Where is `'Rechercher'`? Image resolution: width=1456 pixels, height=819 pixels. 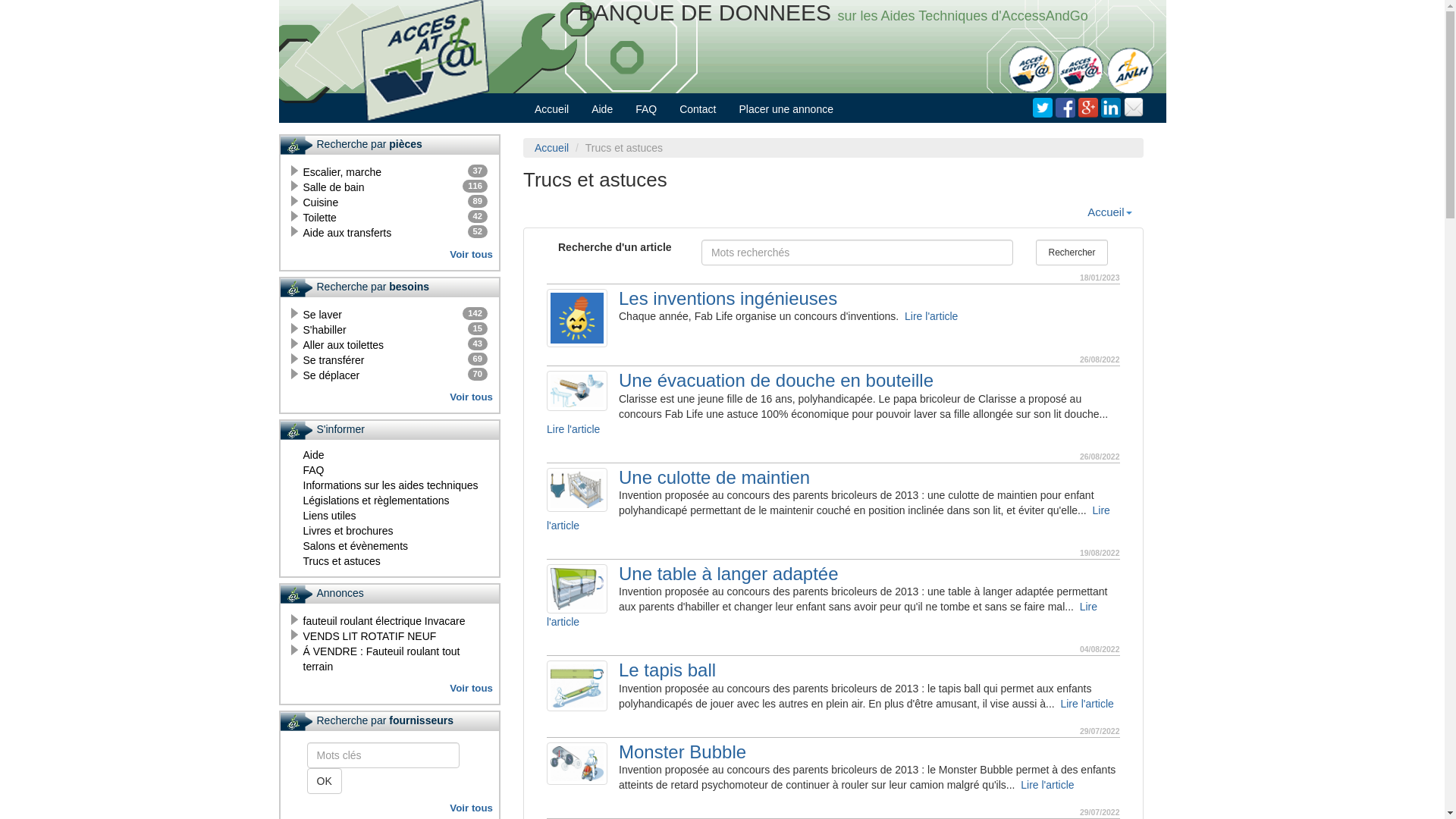
'Rechercher' is located at coordinates (1035, 251).